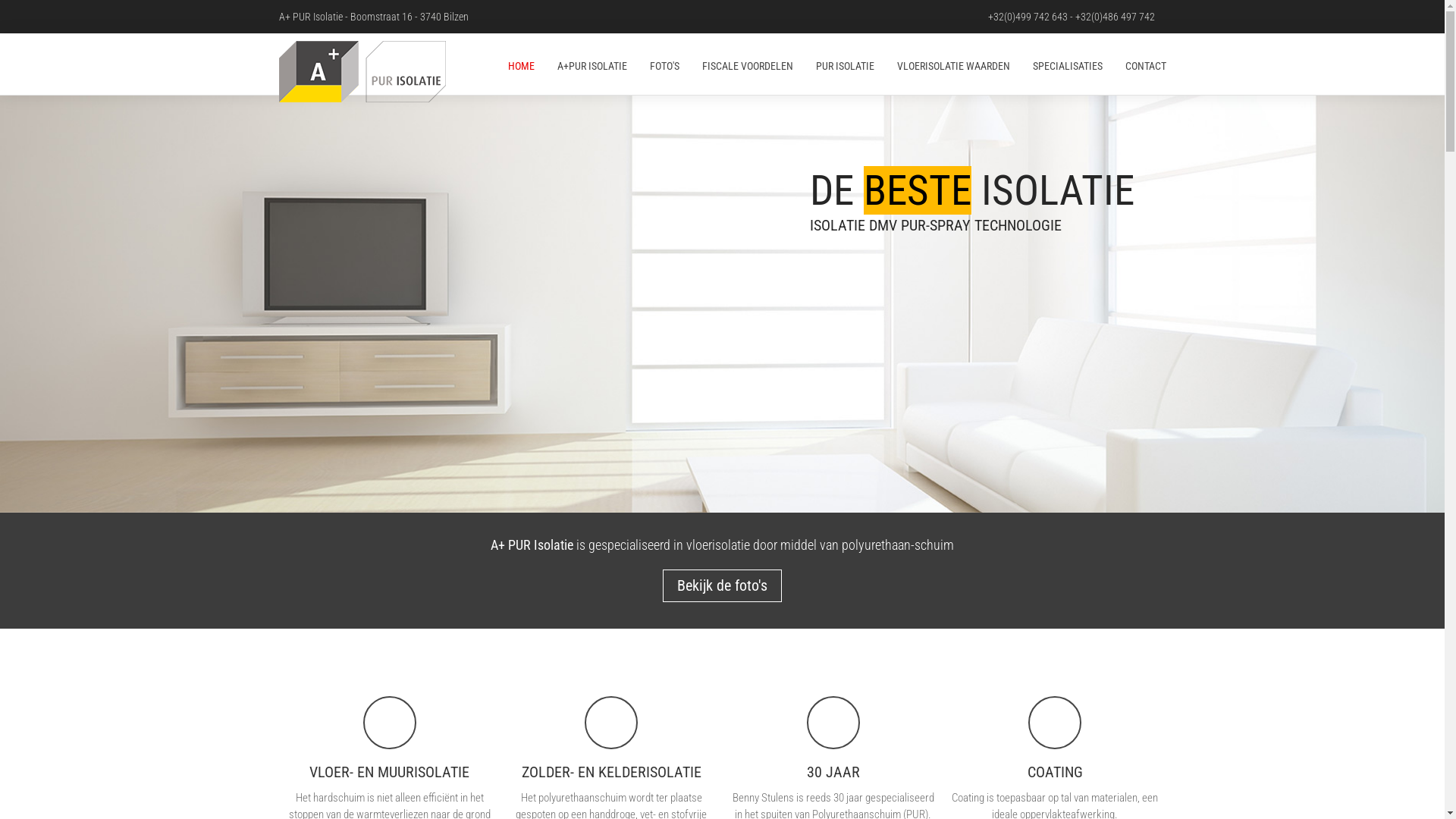 This screenshot has width=1456, height=819. What do you see at coordinates (638, 63) in the screenshot?
I see `'FOTO'S'` at bounding box center [638, 63].